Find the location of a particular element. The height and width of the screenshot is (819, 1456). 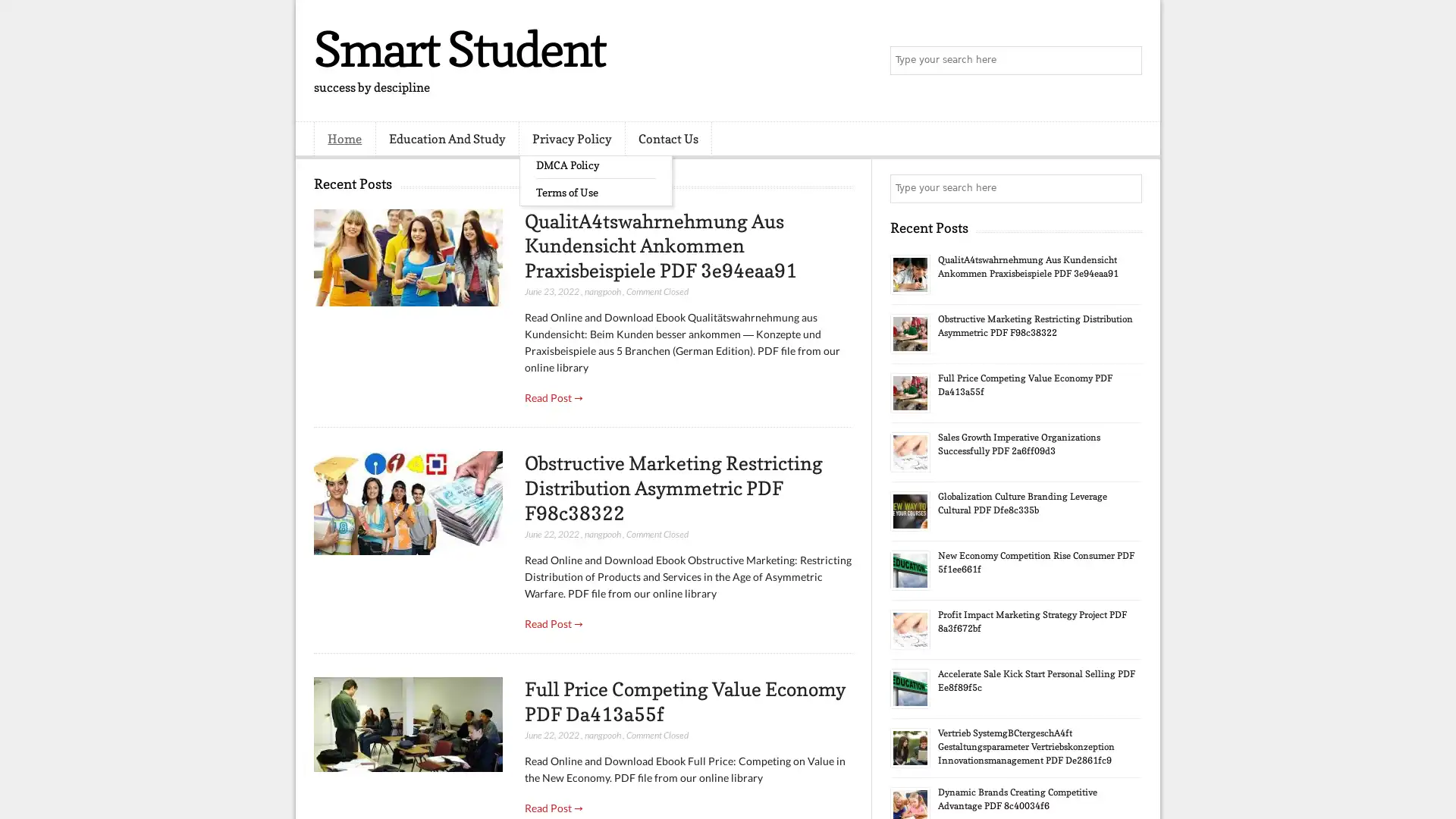

Search is located at coordinates (1126, 61).